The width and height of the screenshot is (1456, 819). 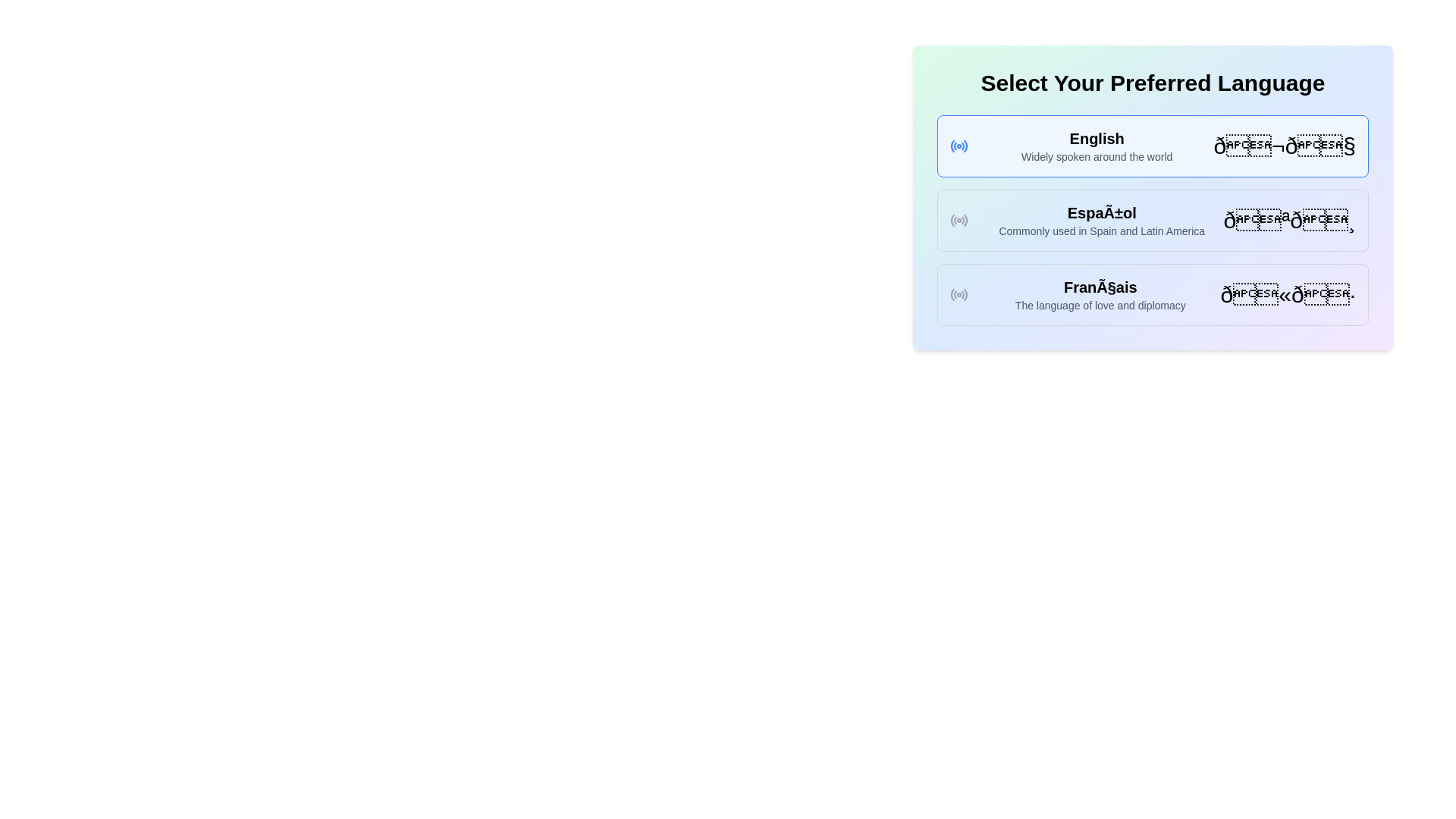 I want to click on the static text element that provides descriptive information about the English language, located immediately below the title 'English' in the vertical list of language options, so click(x=1097, y=157).